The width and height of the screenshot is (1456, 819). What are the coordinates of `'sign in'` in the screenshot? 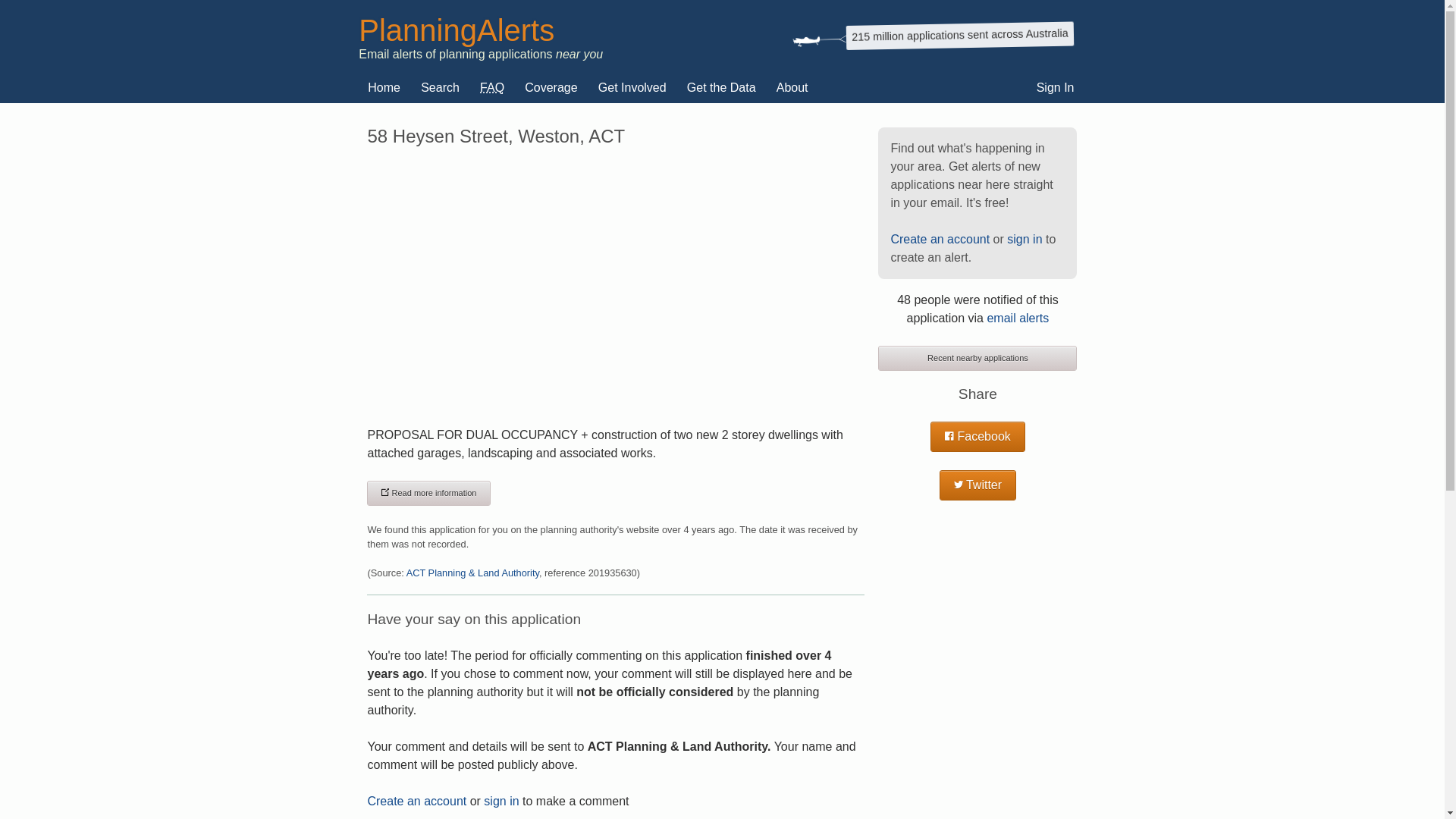 It's located at (1024, 239).